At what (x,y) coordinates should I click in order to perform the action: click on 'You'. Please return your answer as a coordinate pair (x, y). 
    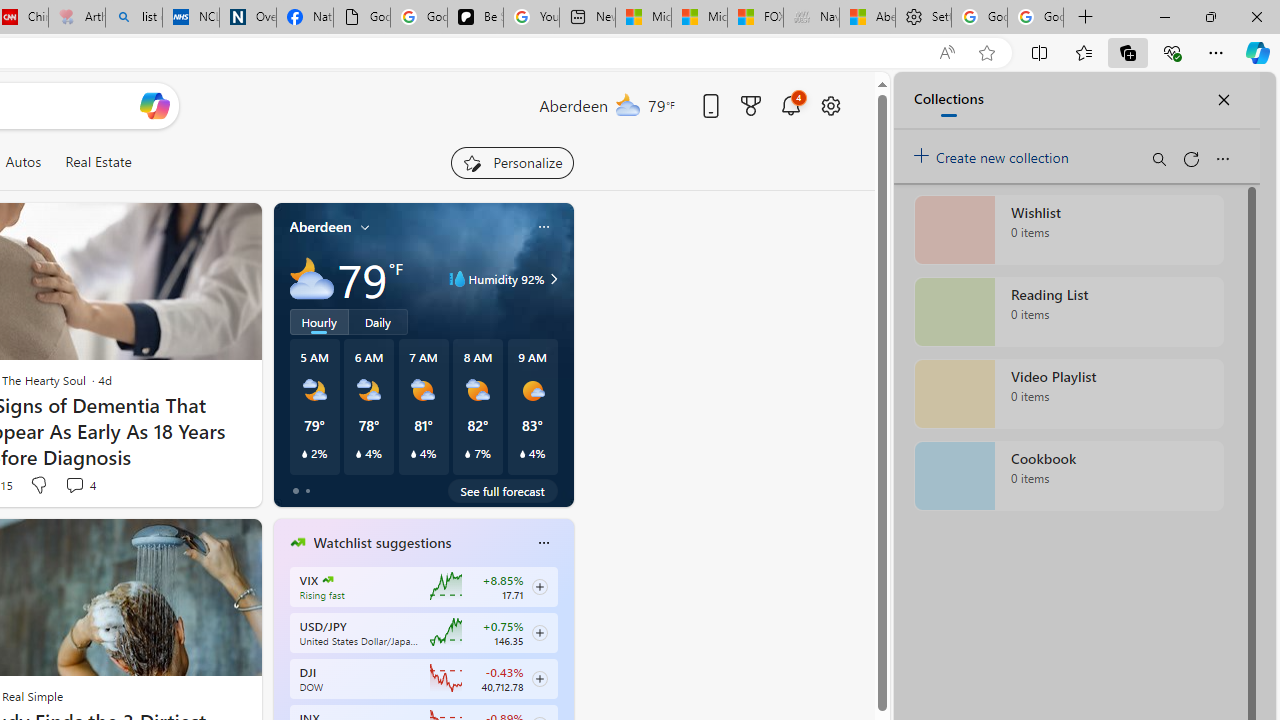
    Looking at the image, I should click on (197, 491).